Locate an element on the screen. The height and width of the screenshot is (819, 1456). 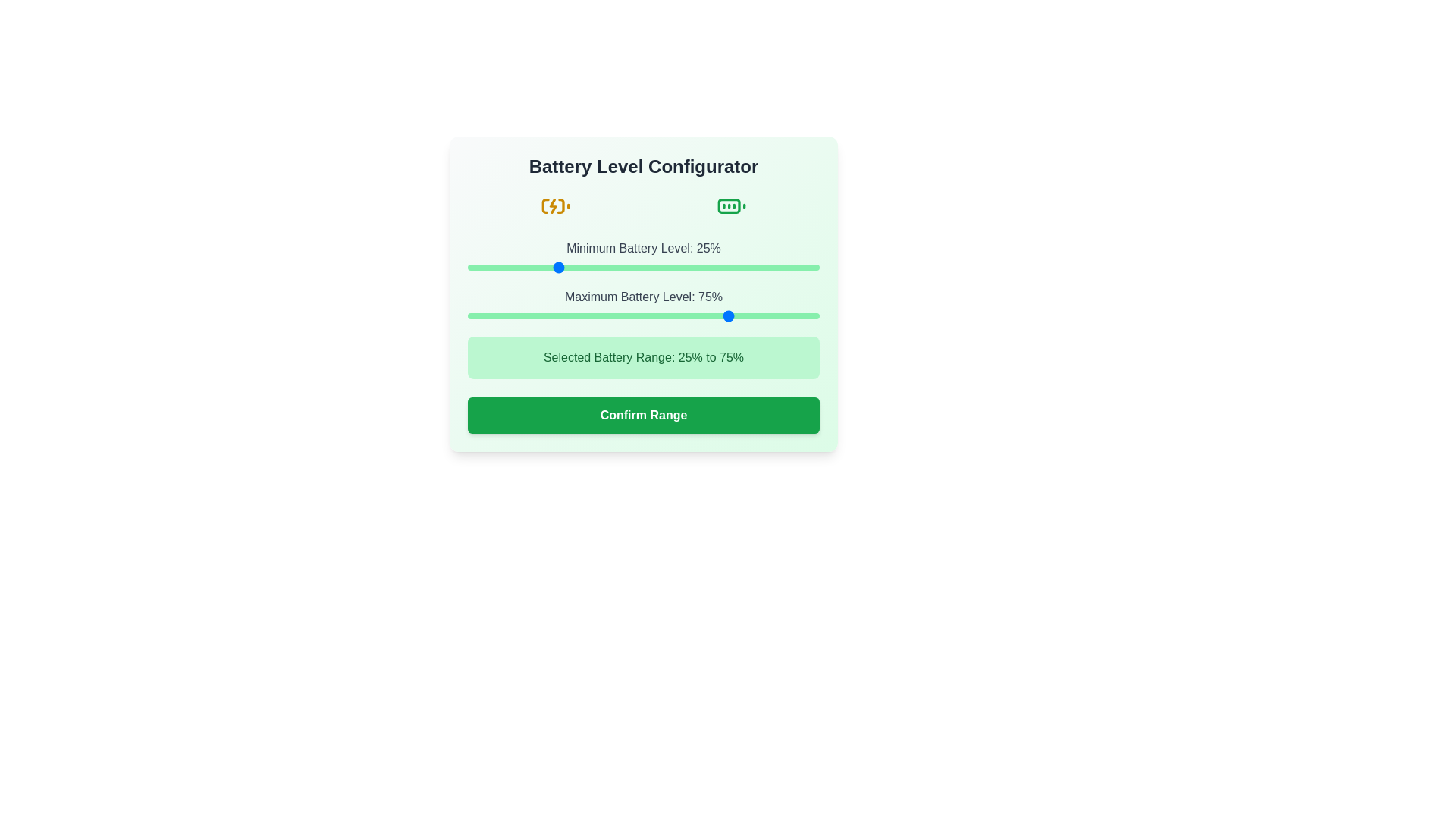
the horizontal slider labeled 'Minimum Battery Level: 25%' to interact for specific feedback is located at coordinates (644, 256).